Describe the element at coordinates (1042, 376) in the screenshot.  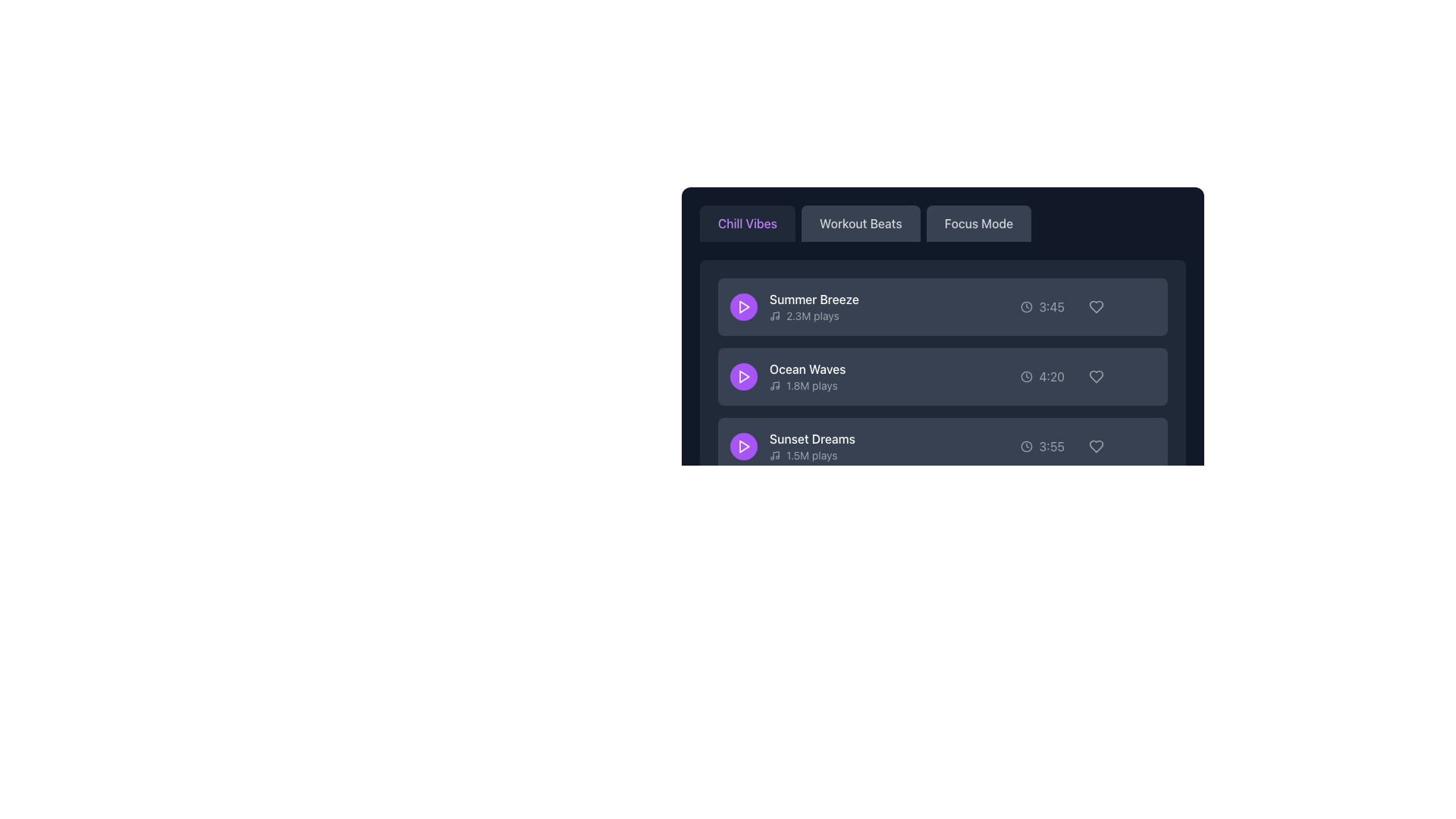
I see `the duration display element for the 'Ocean Waves' track, which shows '4:20' and is located on the right side of the row, adjacent to a heart icon` at that location.